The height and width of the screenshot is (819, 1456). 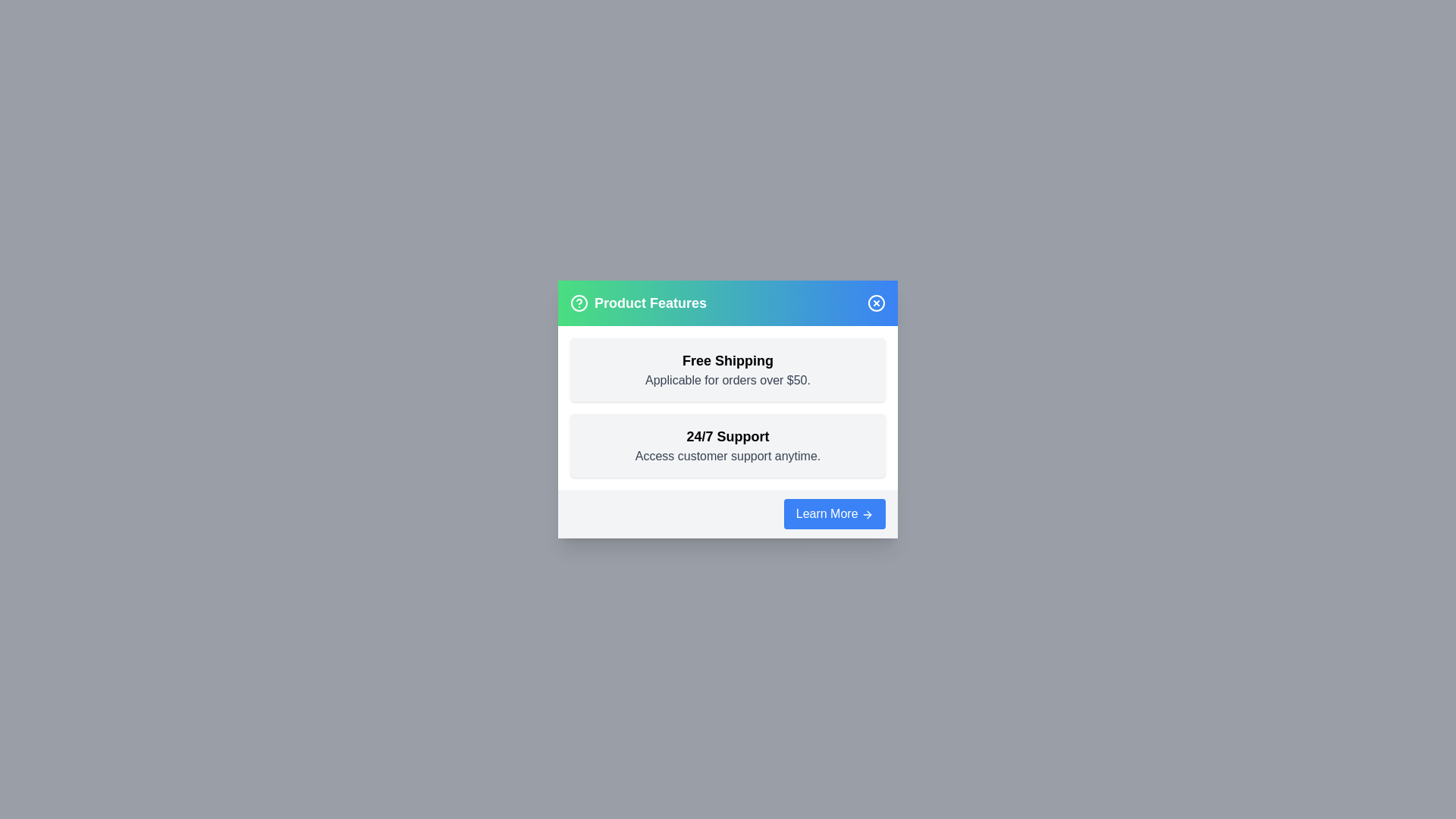 What do you see at coordinates (877, 303) in the screenshot?
I see `the close button in the top-right corner of the dialog` at bounding box center [877, 303].